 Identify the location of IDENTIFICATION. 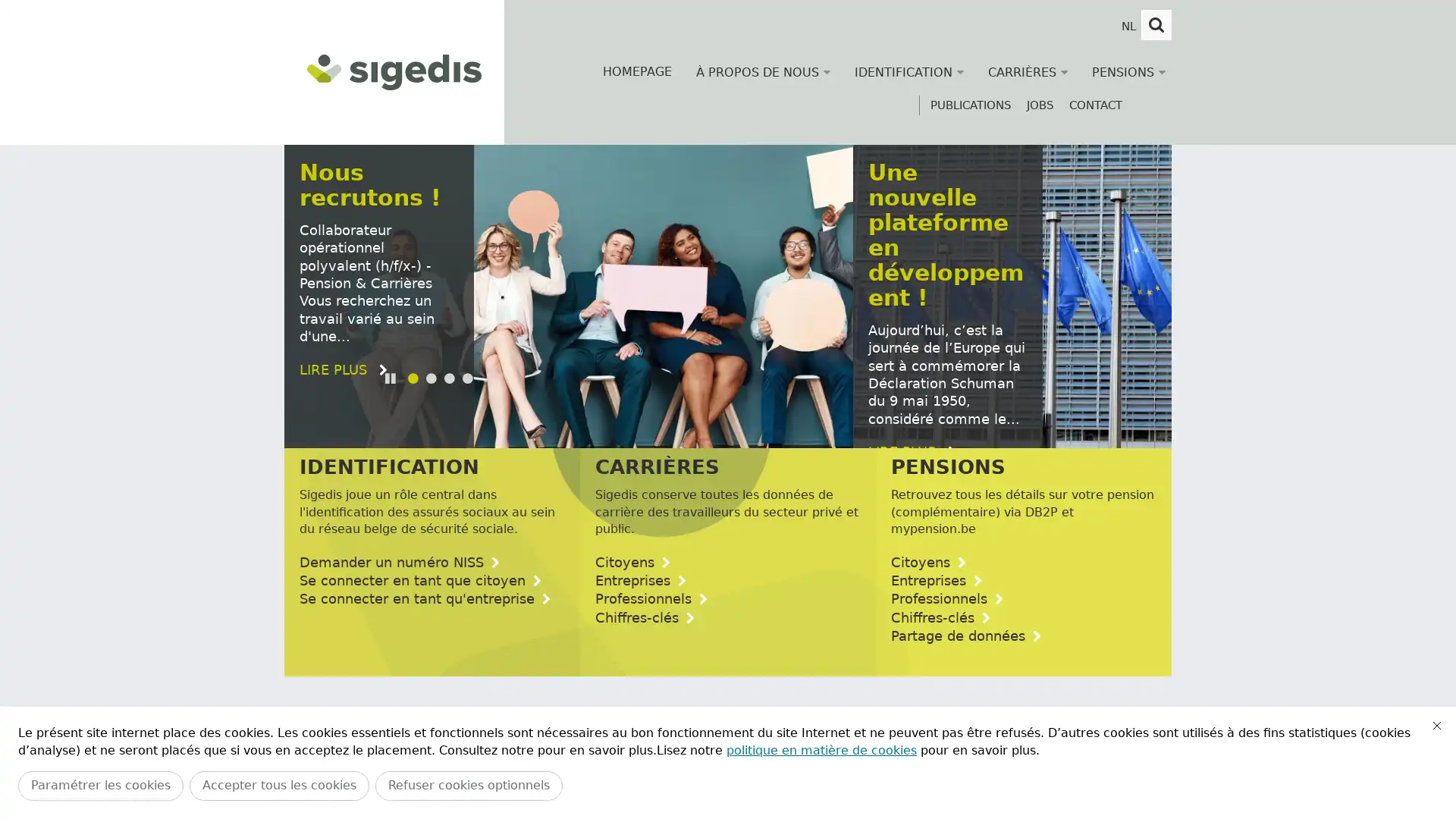
(909, 72).